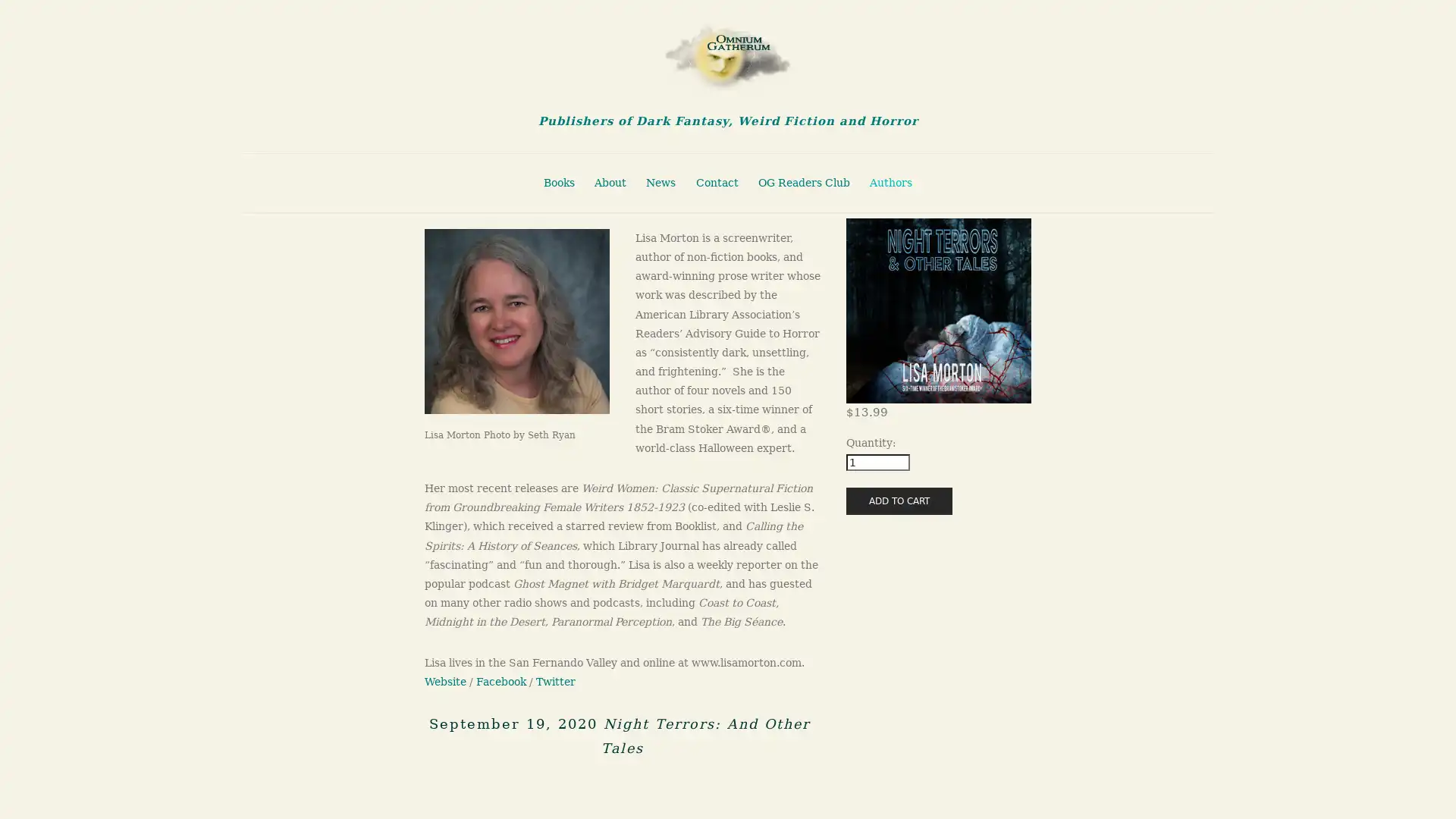 This screenshot has width=1456, height=819. Describe the element at coordinates (899, 500) in the screenshot. I see `ADD TO CART` at that location.